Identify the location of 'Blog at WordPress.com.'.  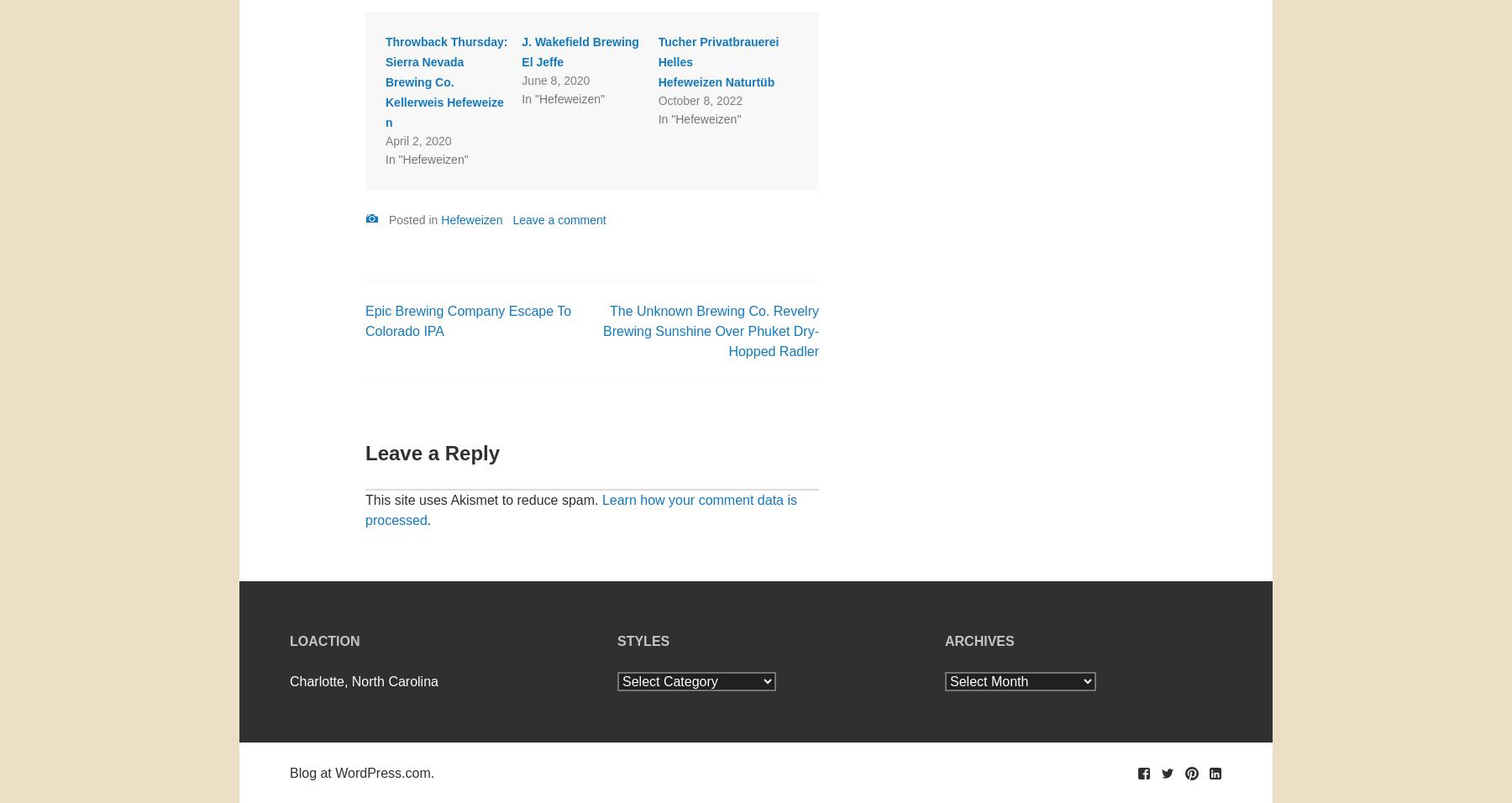
(361, 772).